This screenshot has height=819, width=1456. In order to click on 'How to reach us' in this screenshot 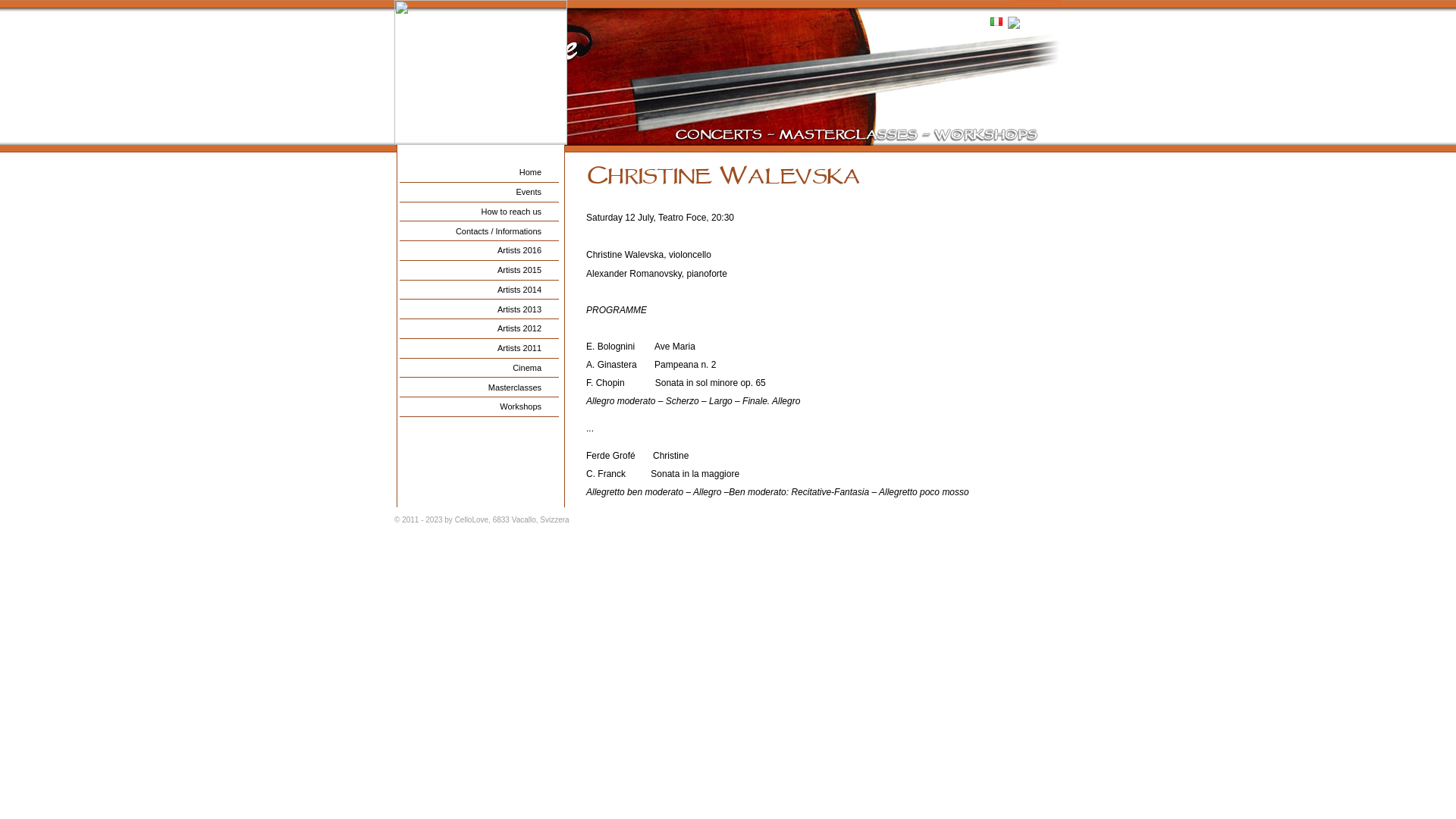, I will do `click(479, 211)`.